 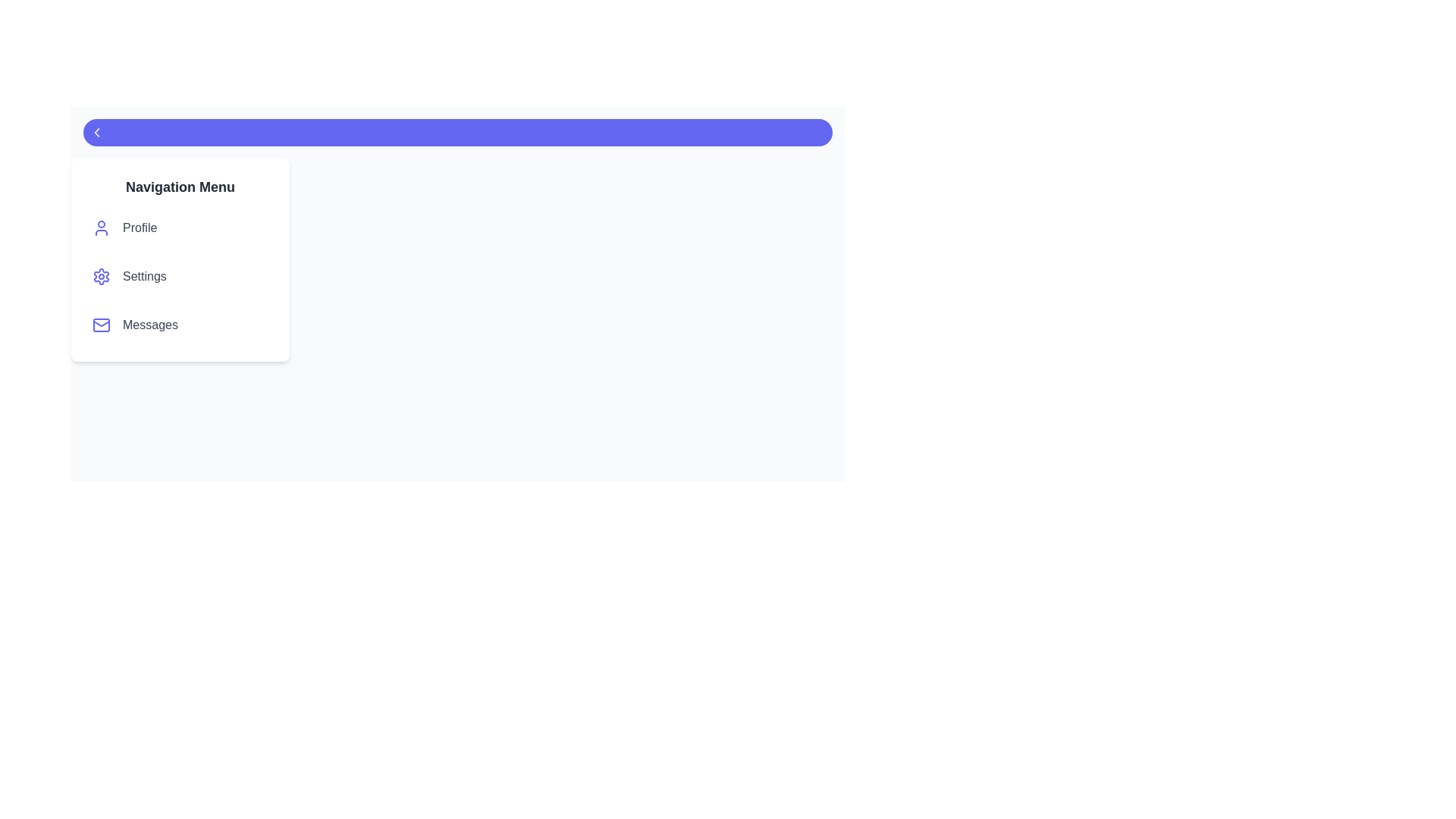 What do you see at coordinates (180, 324) in the screenshot?
I see `the menu item labeled 'Messages' in the drawer` at bounding box center [180, 324].